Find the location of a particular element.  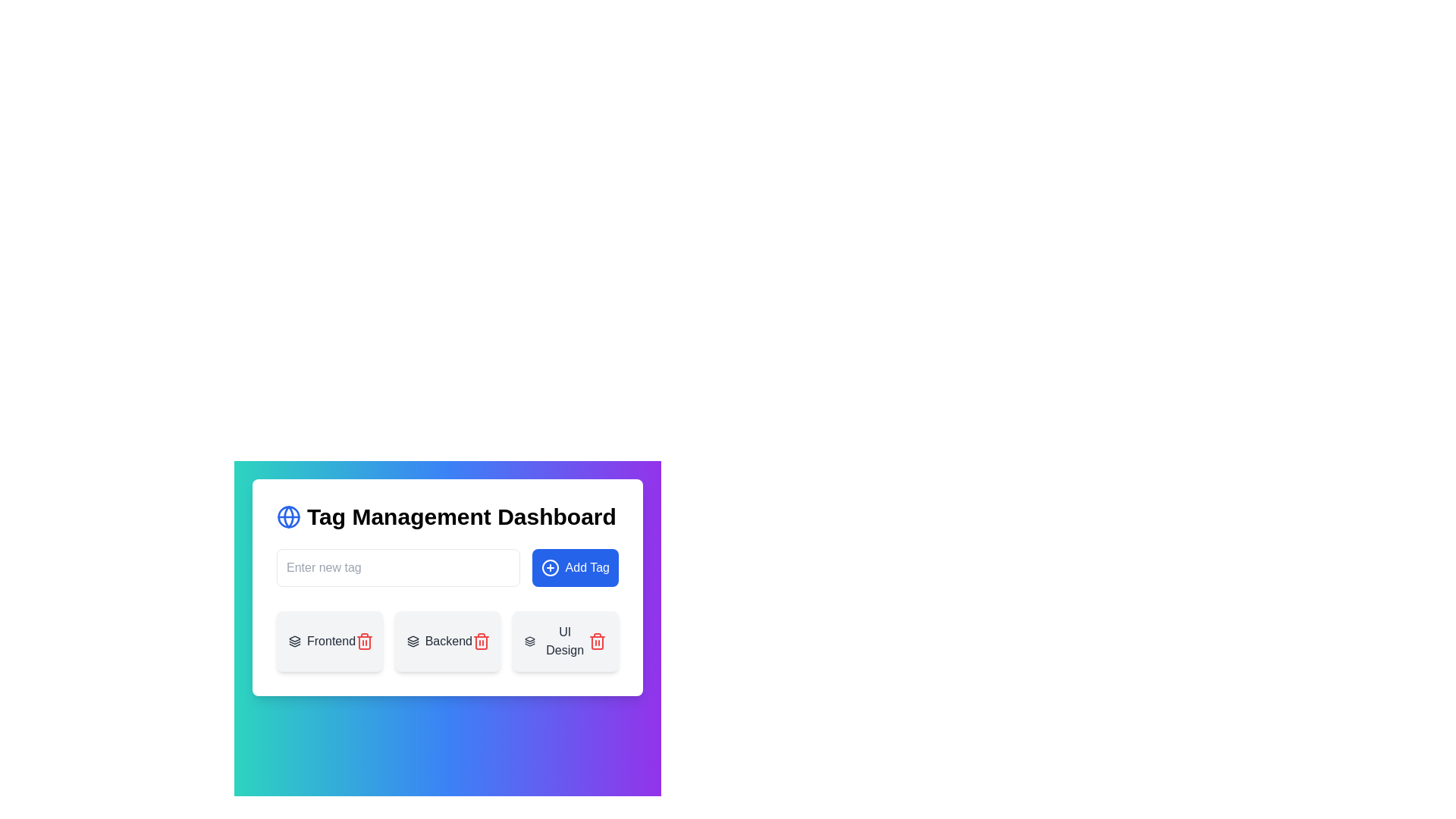

the 'Frontend' tag representation, which includes an icon of layered squares and the label in bold text is located at coordinates (322, 641).